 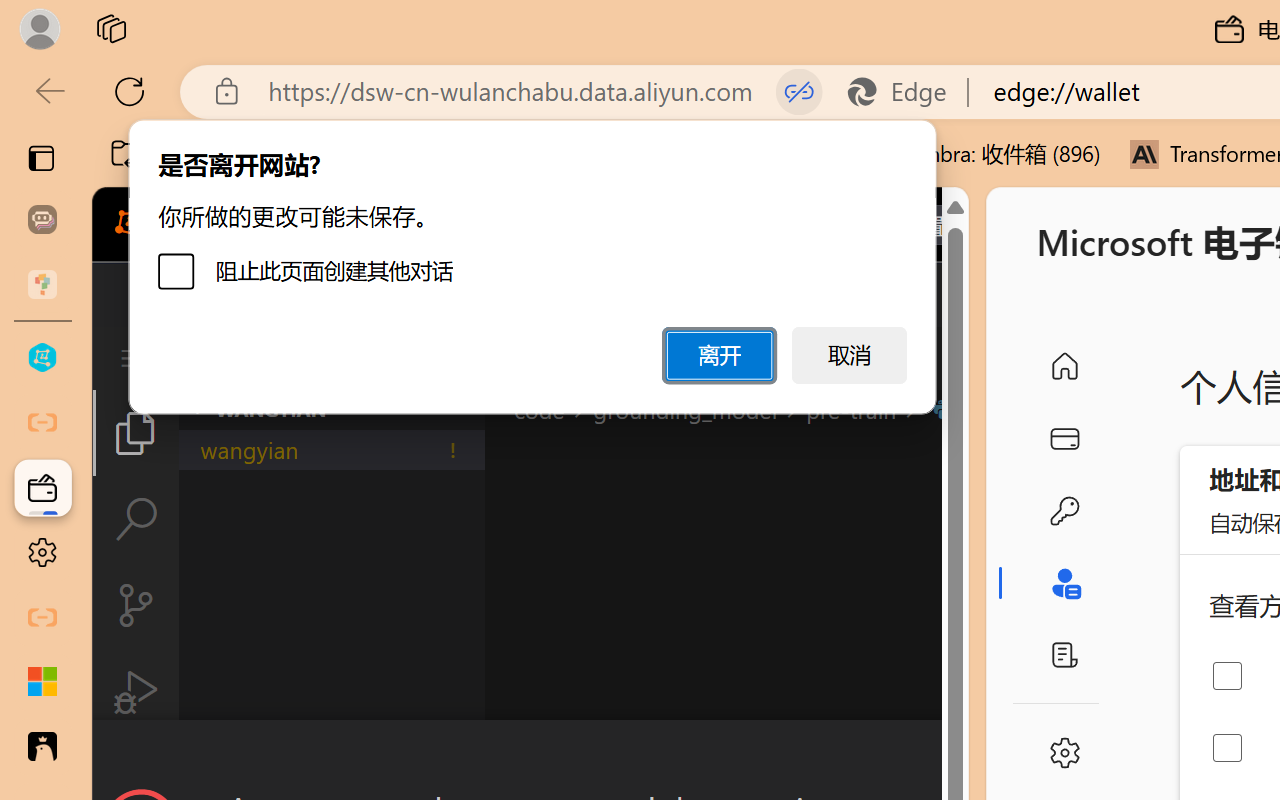 I want to click on 'Microsoft security help and learning', so click(x=42, y=682).